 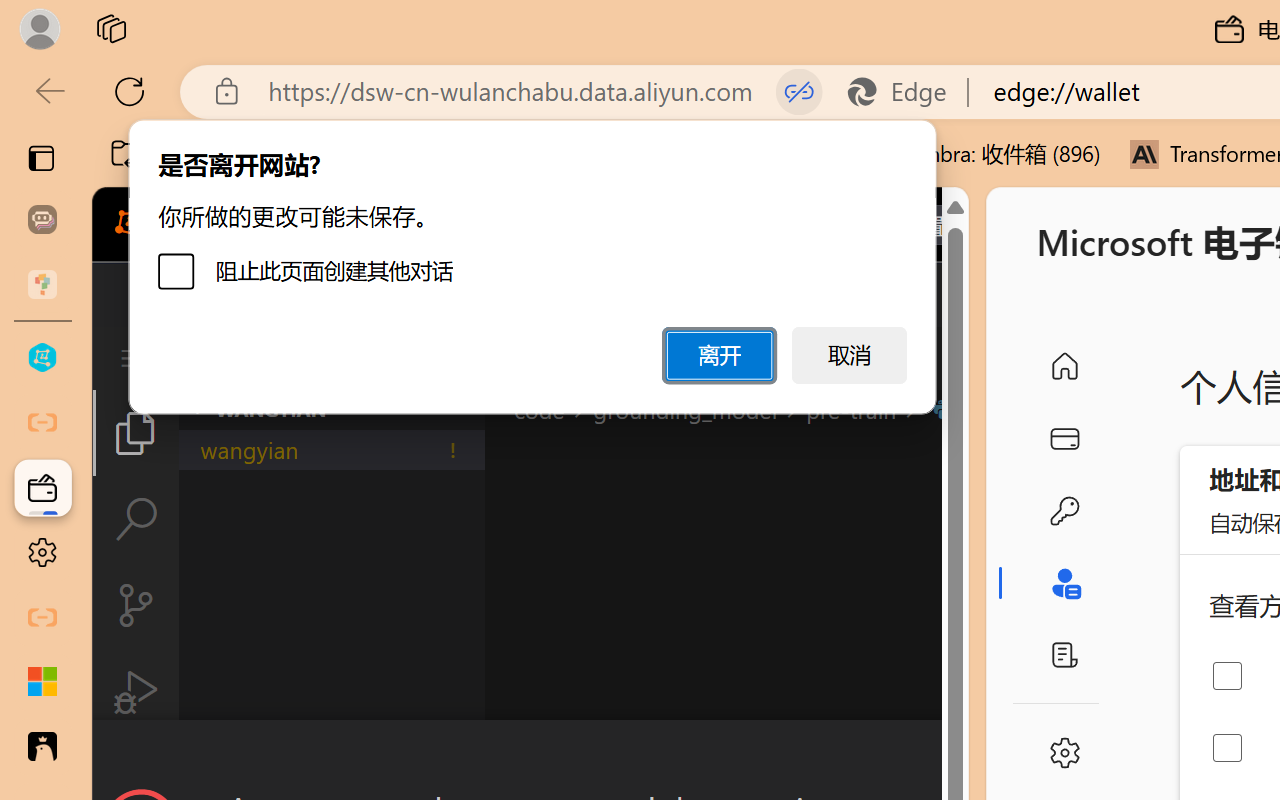 I want to click on 'Microsoft security help and learning', so click(x=42, y=682).